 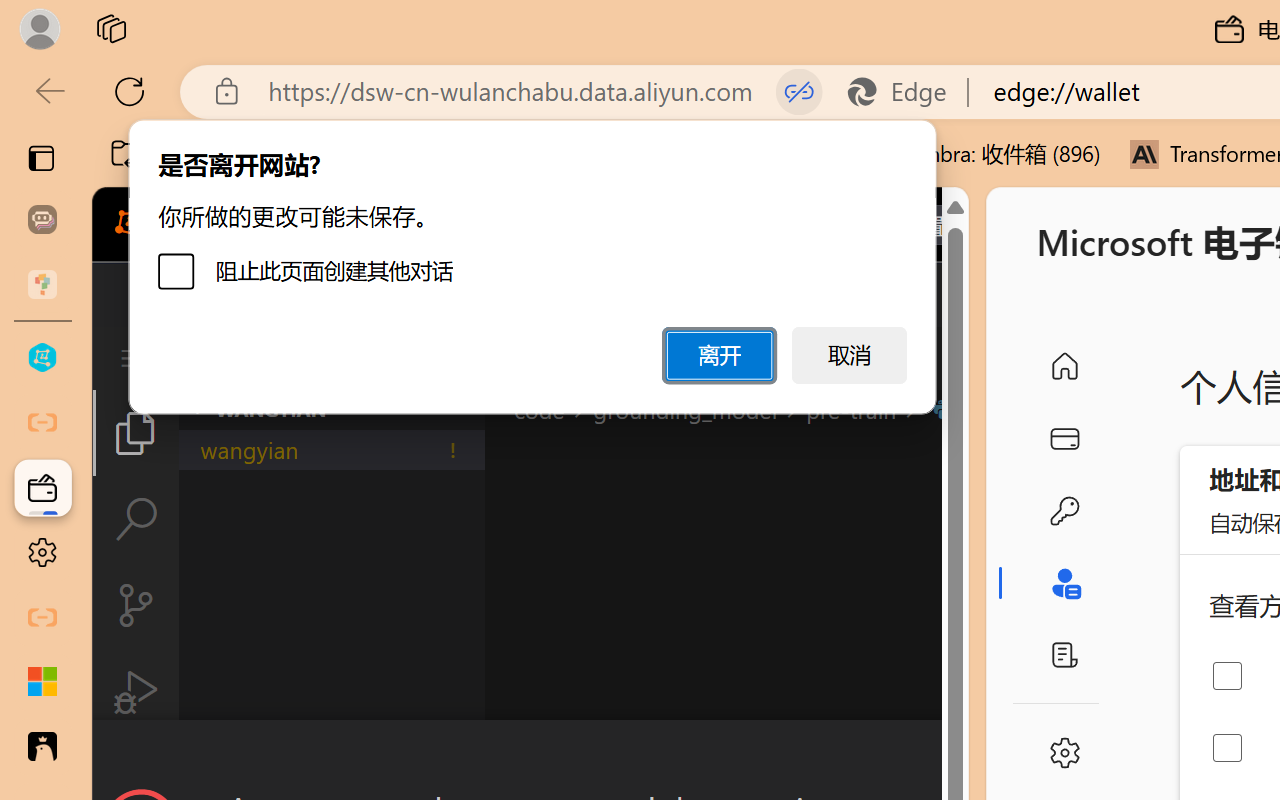 I want to click on 'Microsoft security help and learning', so click(x=42, y=682).